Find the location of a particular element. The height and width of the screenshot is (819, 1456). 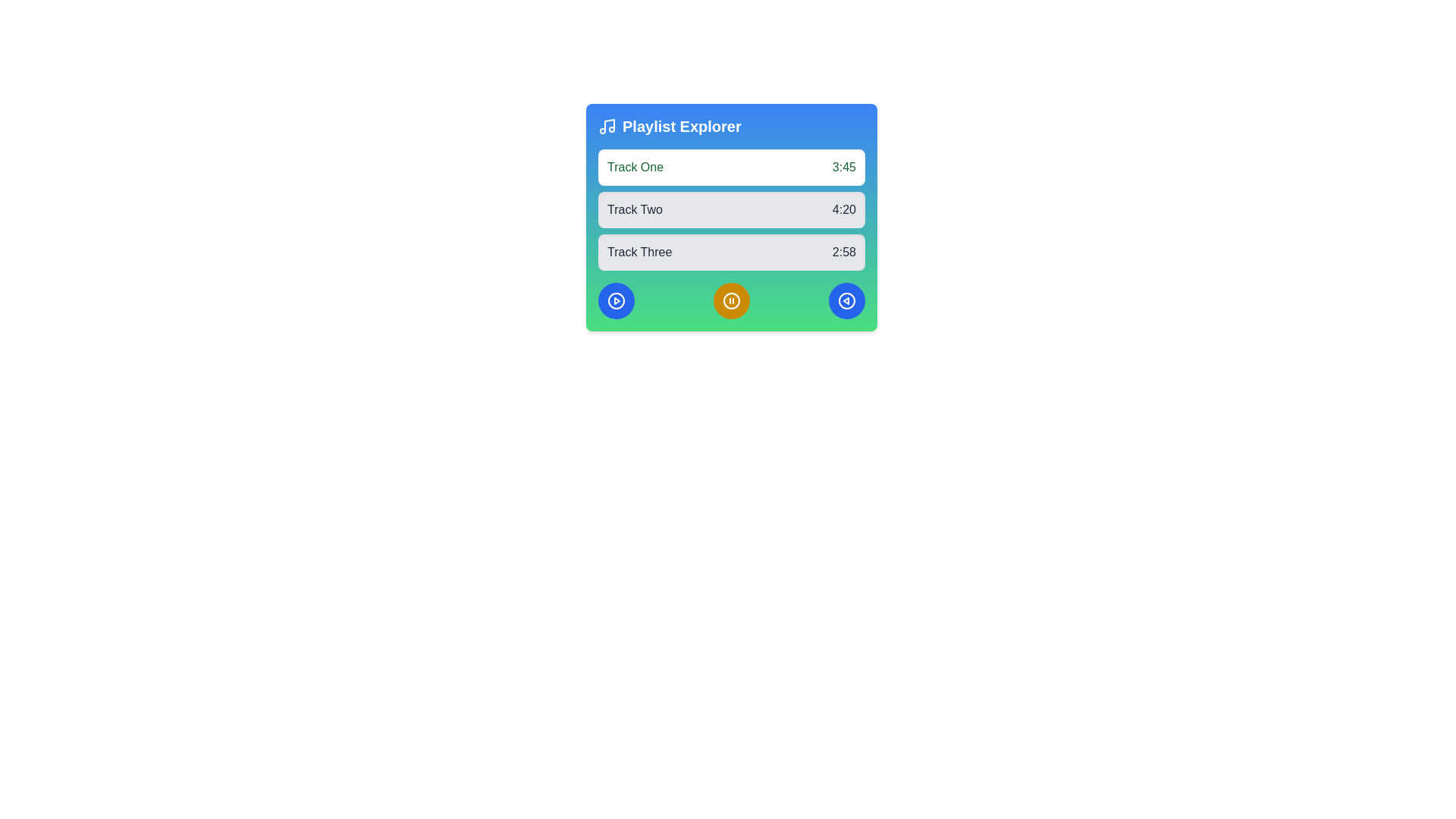

displayed text from the rightmost text label indicating the duration of 'Track Three' located in the third list item of a vertically stacked list is located at coordinates (843, 251).